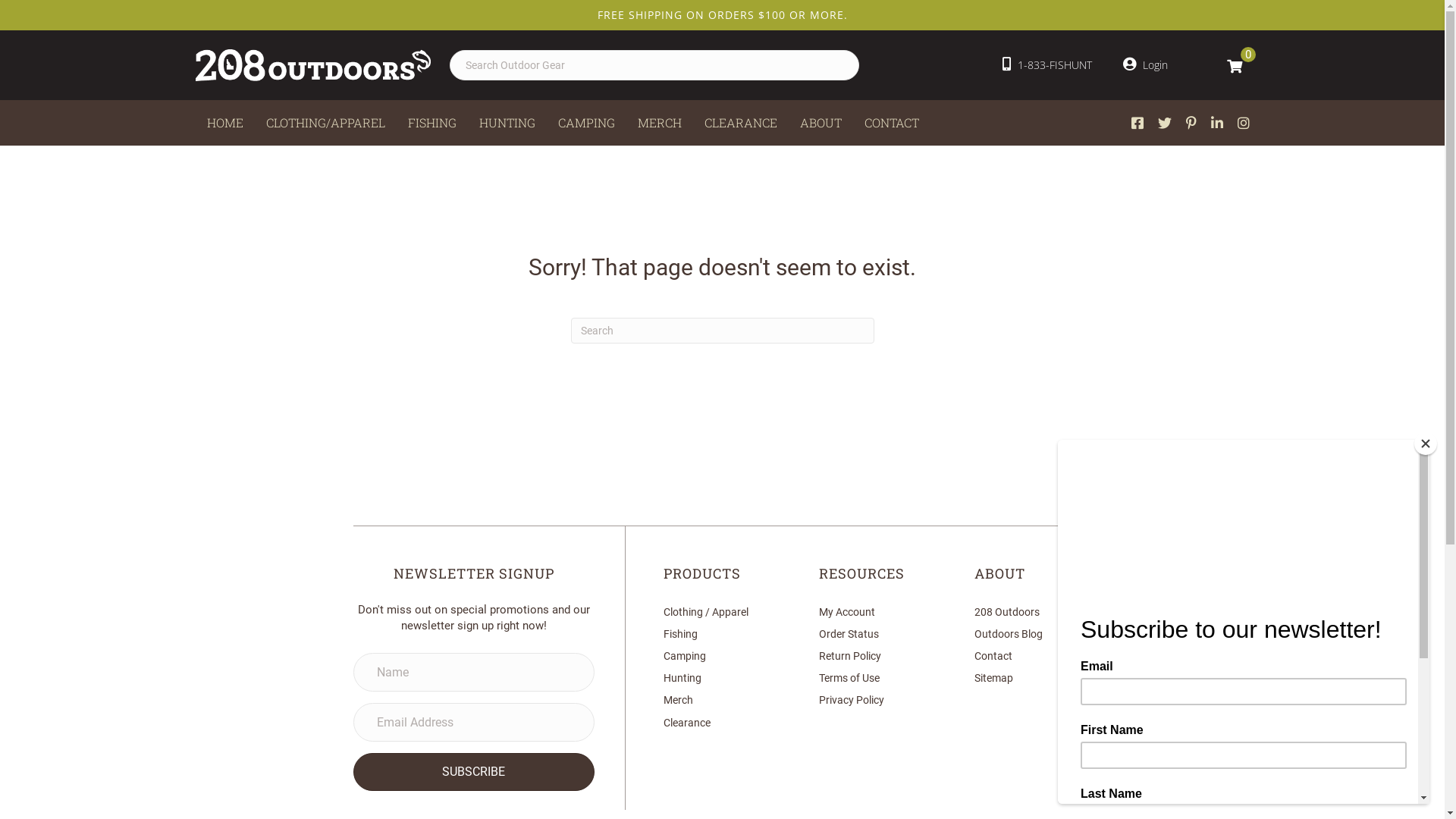 Image resolution: width=1456 pixels, height=819 pixels. What do you see at coordinates (325, 122) in the screenshot?
I see `'CLOTHING/APPAREL'` at bounding box center [325, 122].